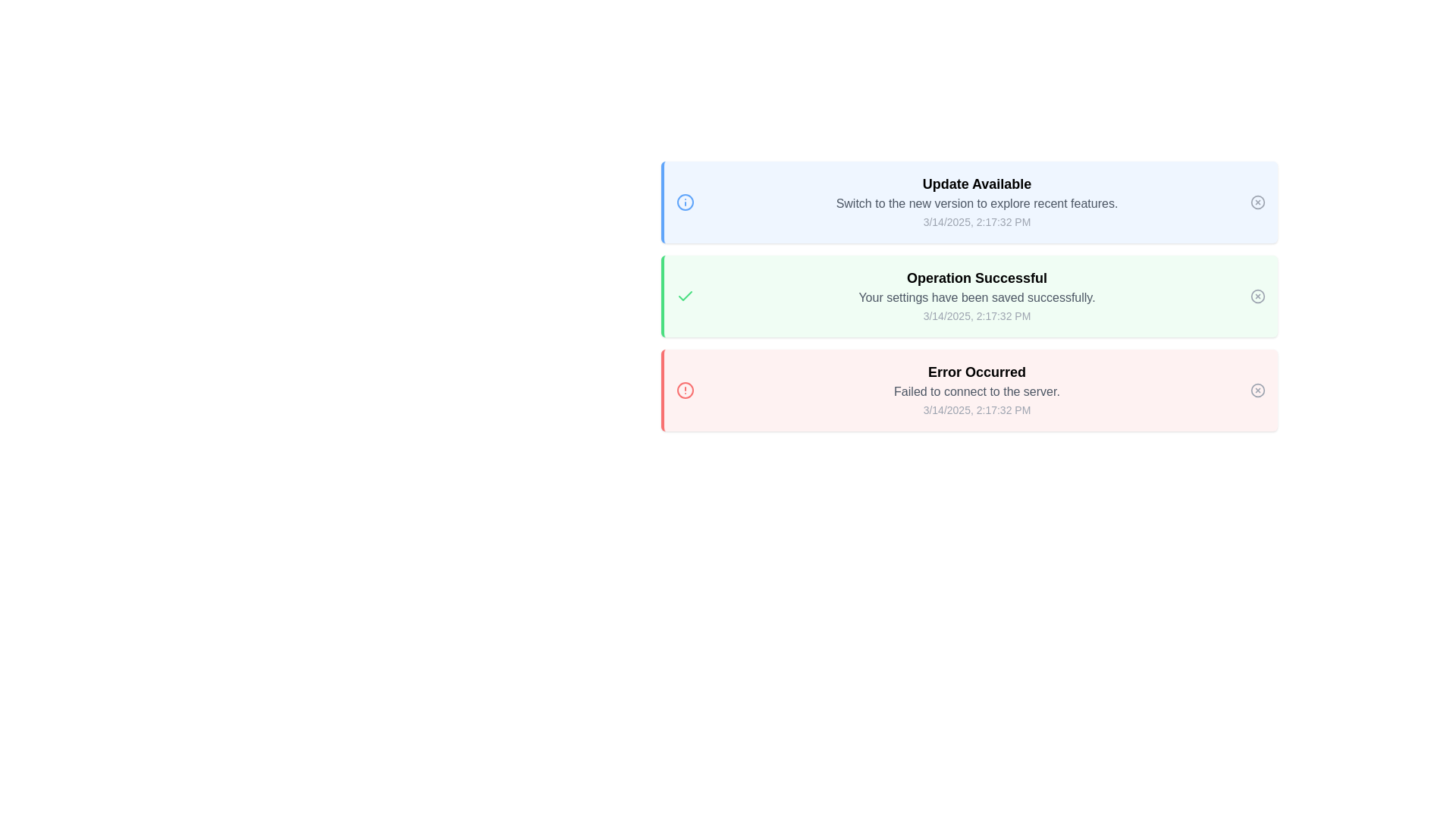 The image size is (1456, 819). I want to click on notification displayed in the feedback notification box, which is the second item in the list of notifications, so click(968, 296).